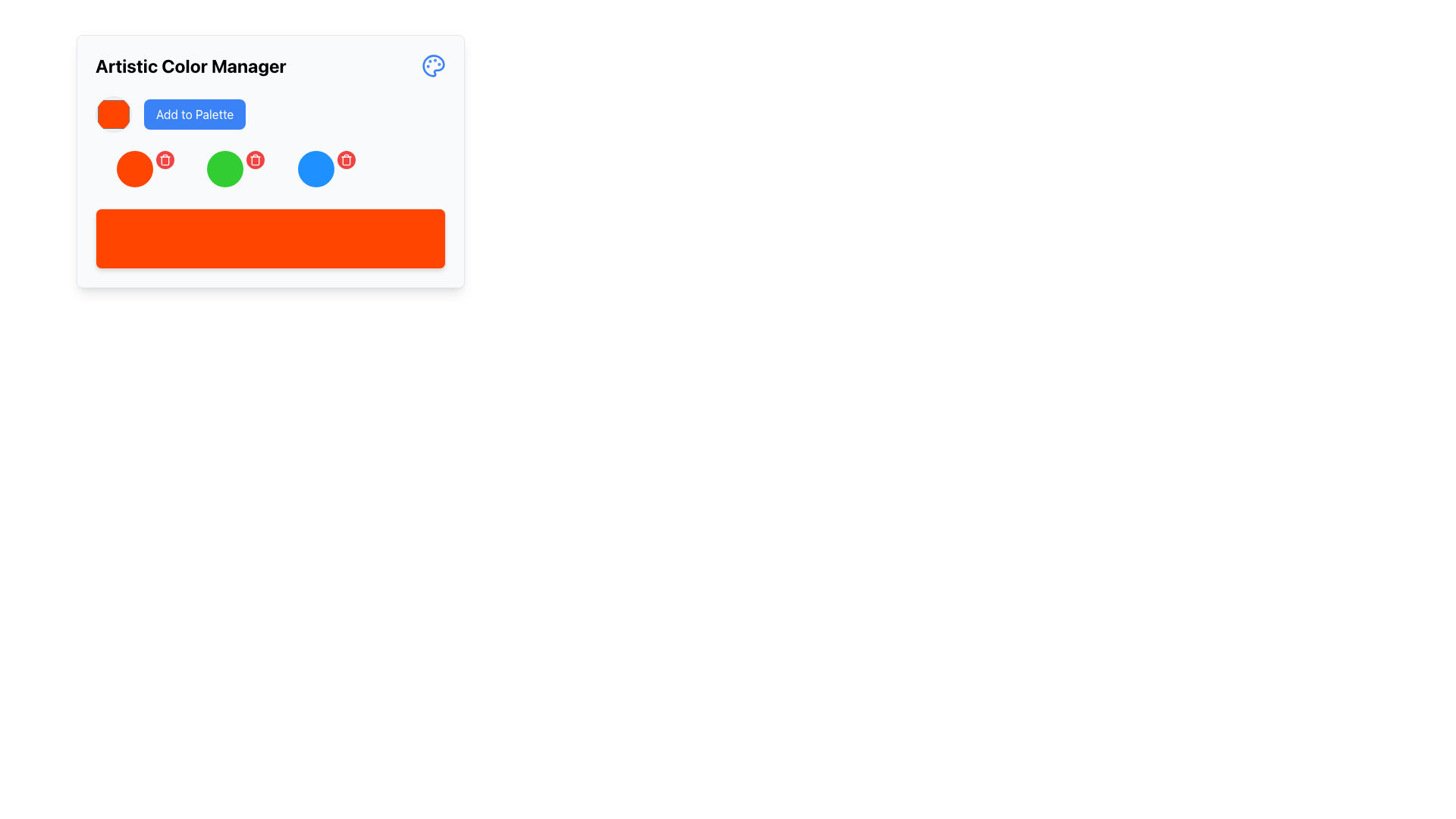 Image resolution: width=1456 pixels, height=819 pixels. Describe the element at coordinates (134, 170) in the screenshot. I see `the first circular color selector in the grid layout` at that location.